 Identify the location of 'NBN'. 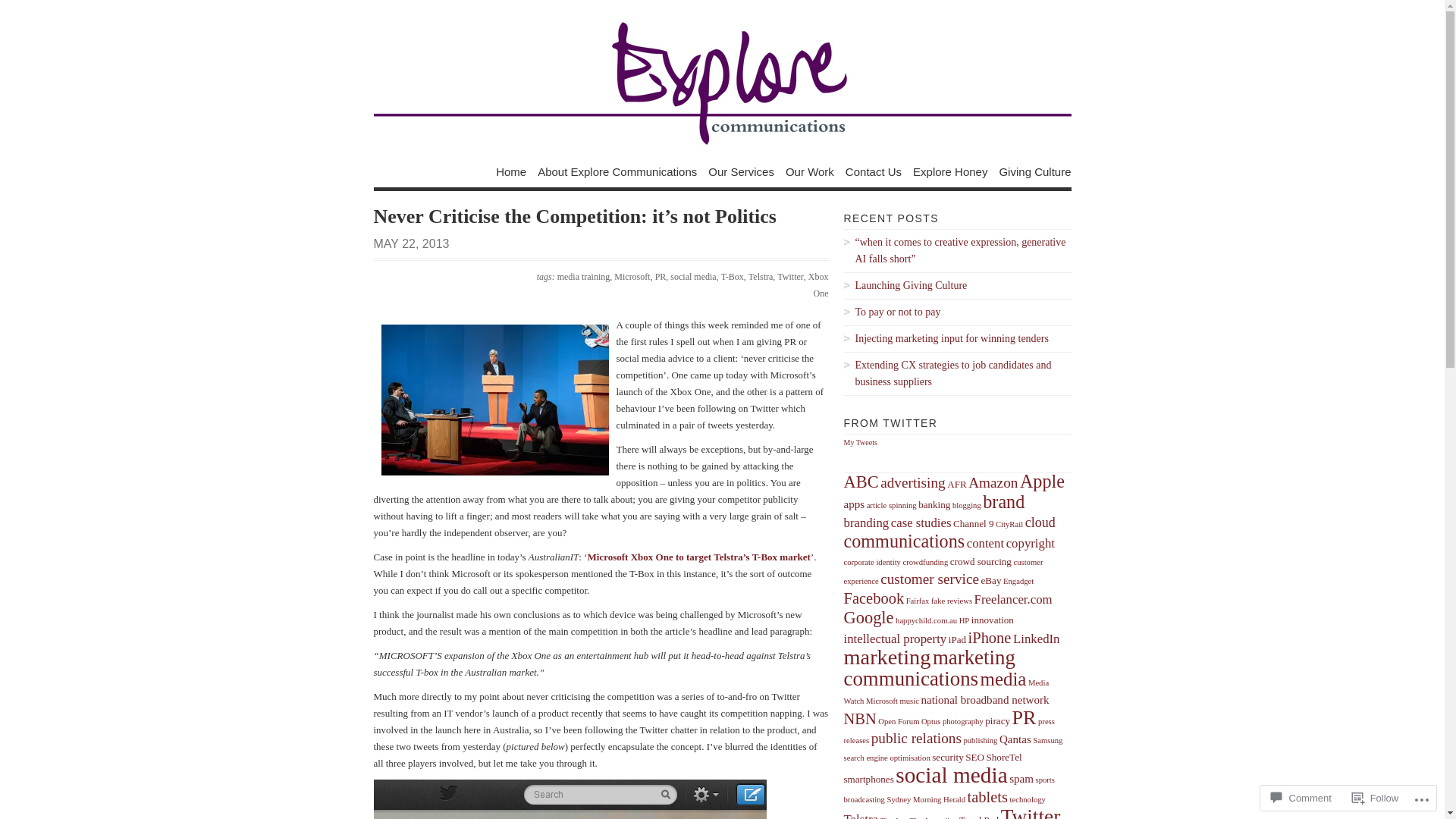
(859, 718).